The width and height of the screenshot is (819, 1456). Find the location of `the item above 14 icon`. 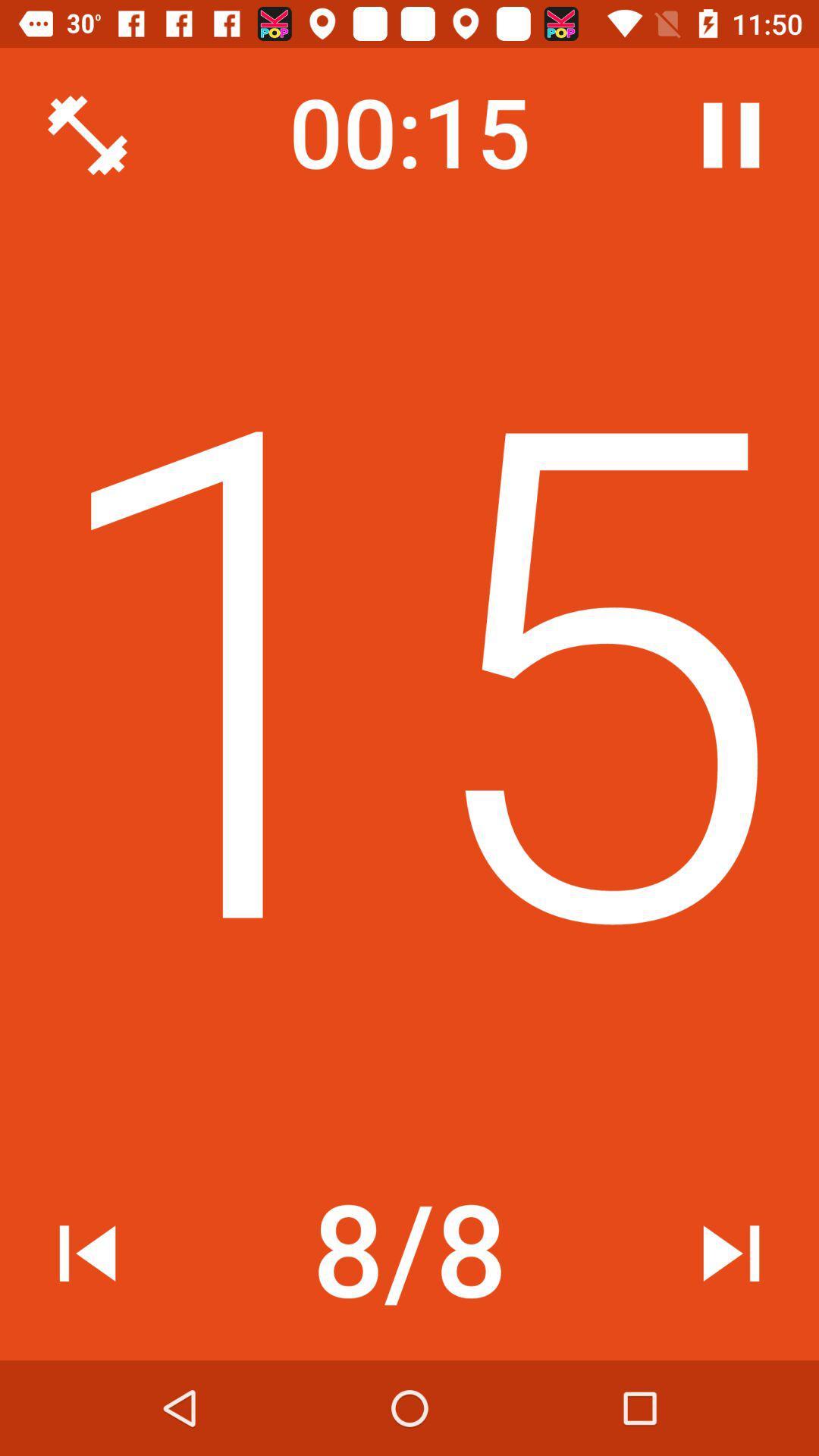

the item above 14 icon is located at coordinates (730, 135).